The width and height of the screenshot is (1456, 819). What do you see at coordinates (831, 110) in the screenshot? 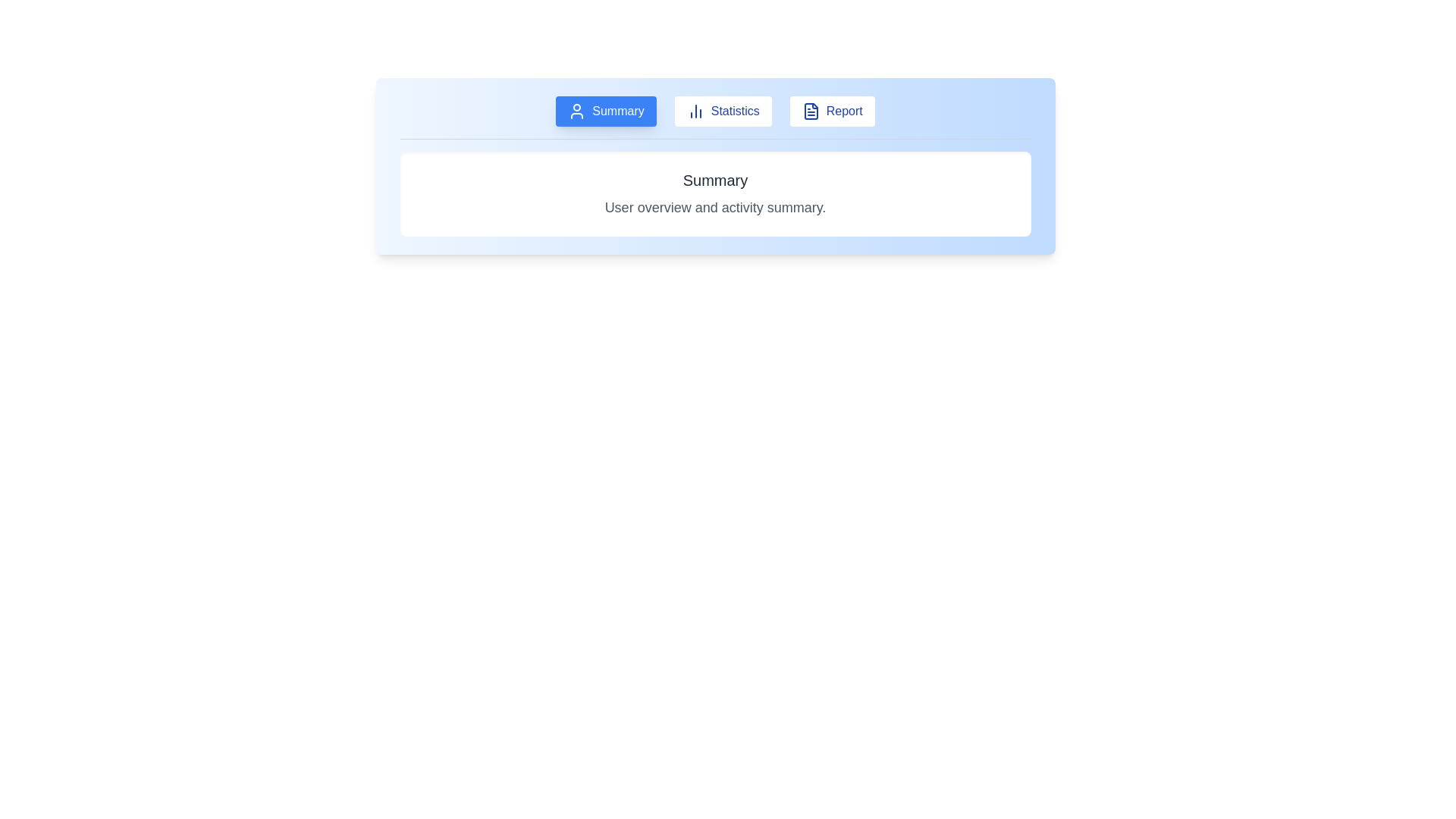
I see `the Report tab to view its content` at bounding box center [831, 110].